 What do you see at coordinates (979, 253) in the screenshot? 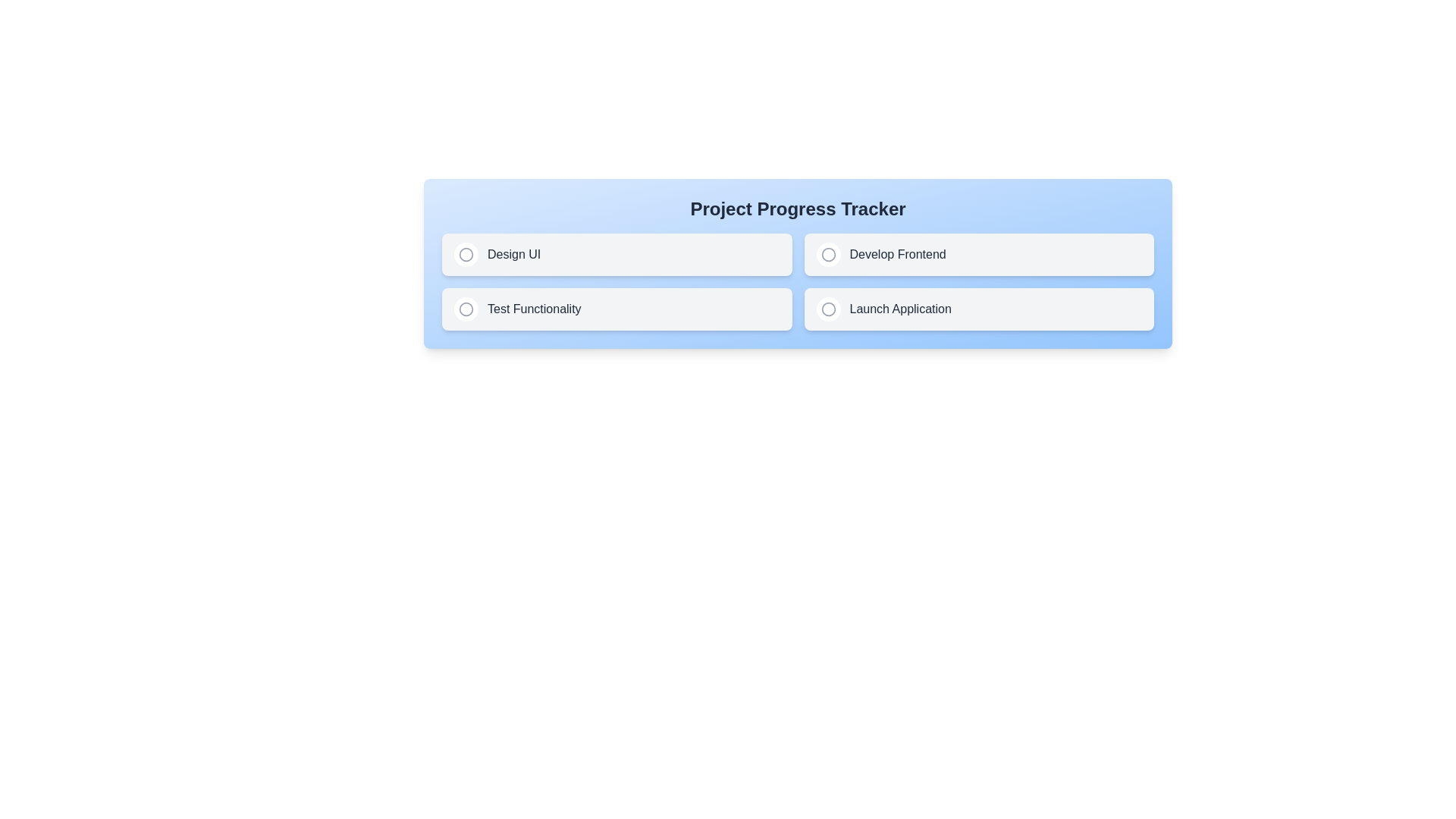
I see `the task chip labeled 'Develop Frontend' to toggle its completion state` at bounding box center [979, 253].